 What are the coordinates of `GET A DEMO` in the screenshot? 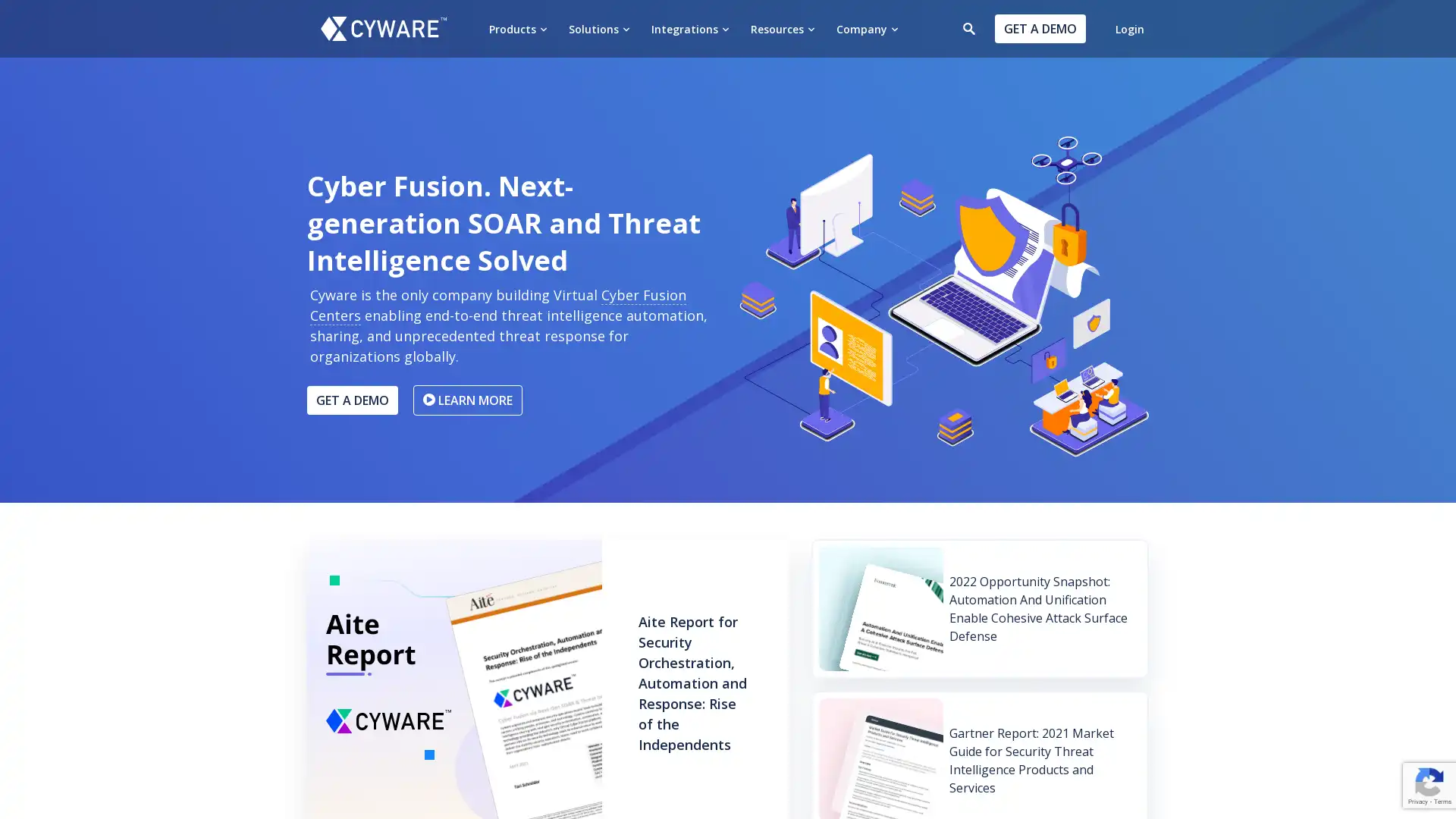 It's located at (352, 399).